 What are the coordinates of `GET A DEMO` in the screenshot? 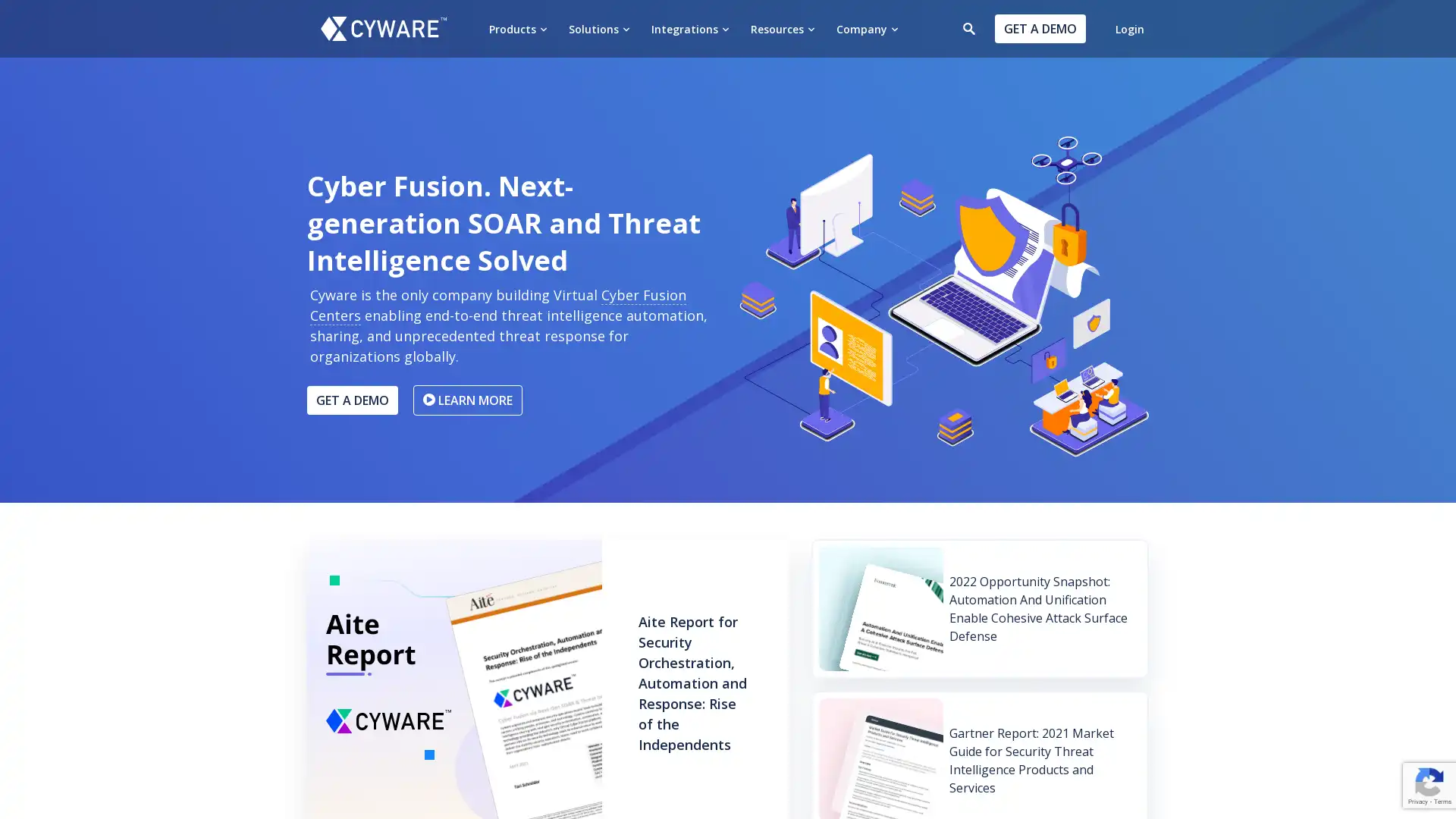 It's located at (352, 399).